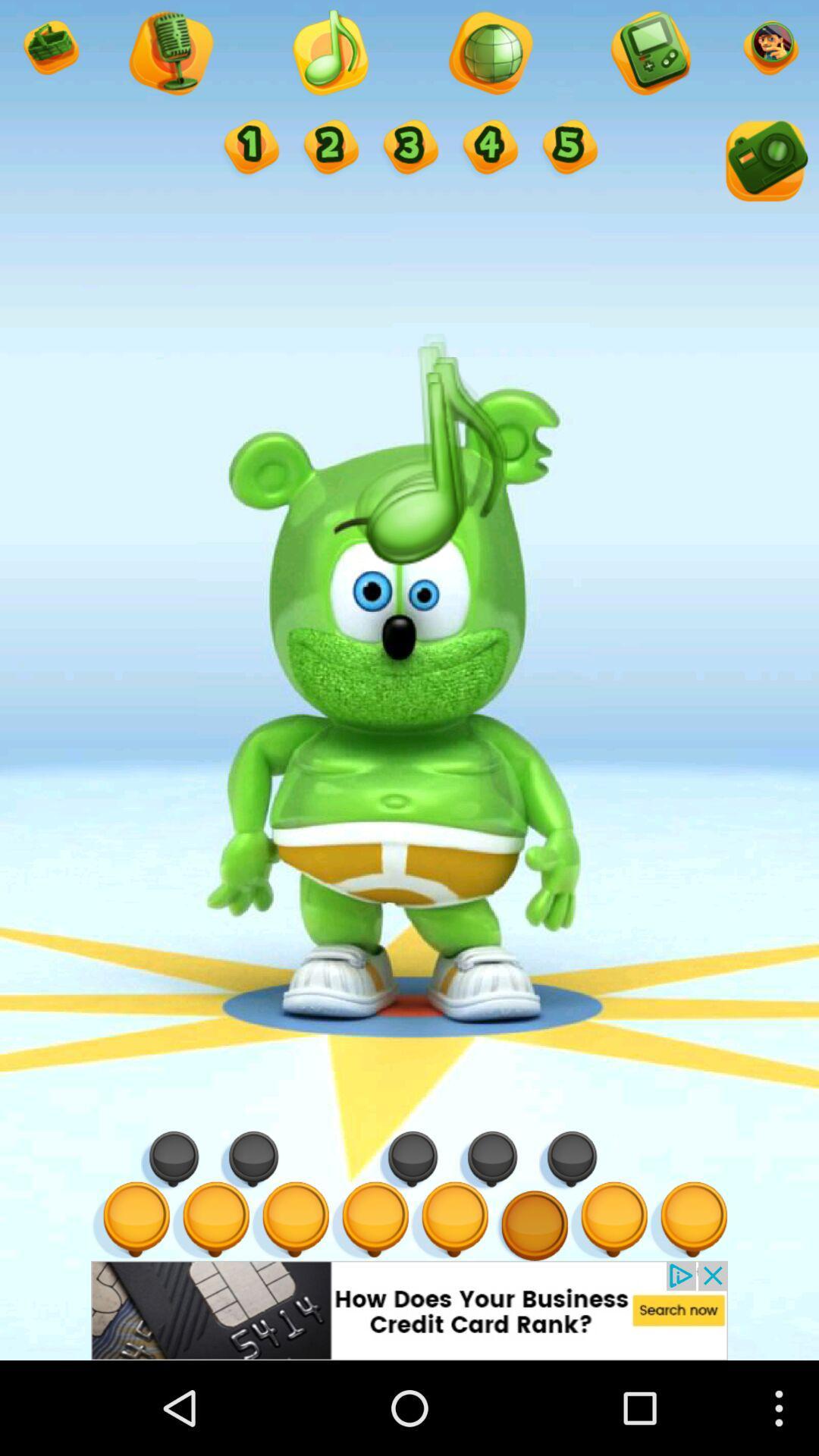  I want to click on option 5, so click(568, 149).